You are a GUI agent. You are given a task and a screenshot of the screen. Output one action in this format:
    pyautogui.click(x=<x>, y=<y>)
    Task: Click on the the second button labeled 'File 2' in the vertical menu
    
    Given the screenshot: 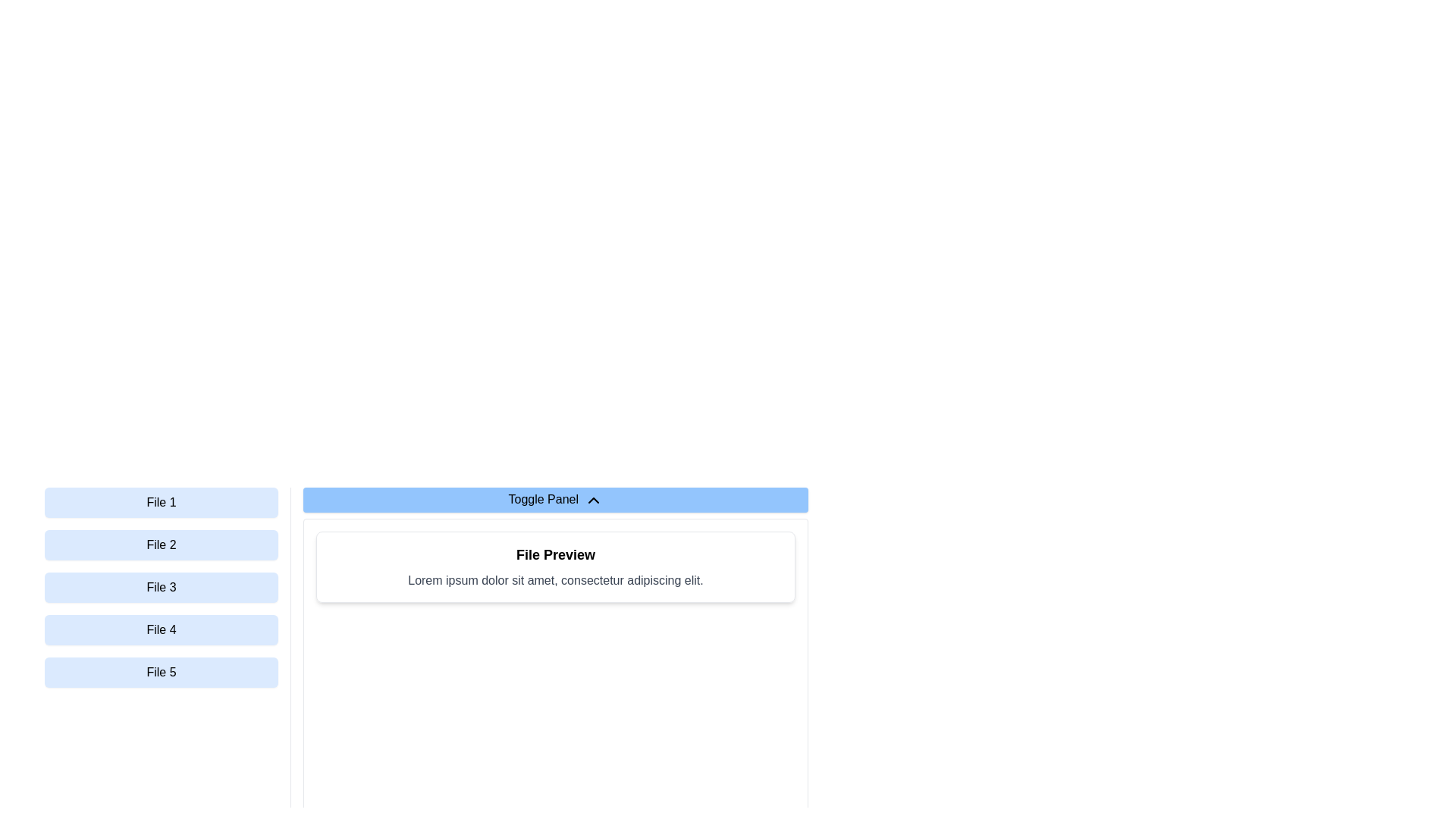 What is the action you would take?
    pyautogui.click(x=161, y=544)
    